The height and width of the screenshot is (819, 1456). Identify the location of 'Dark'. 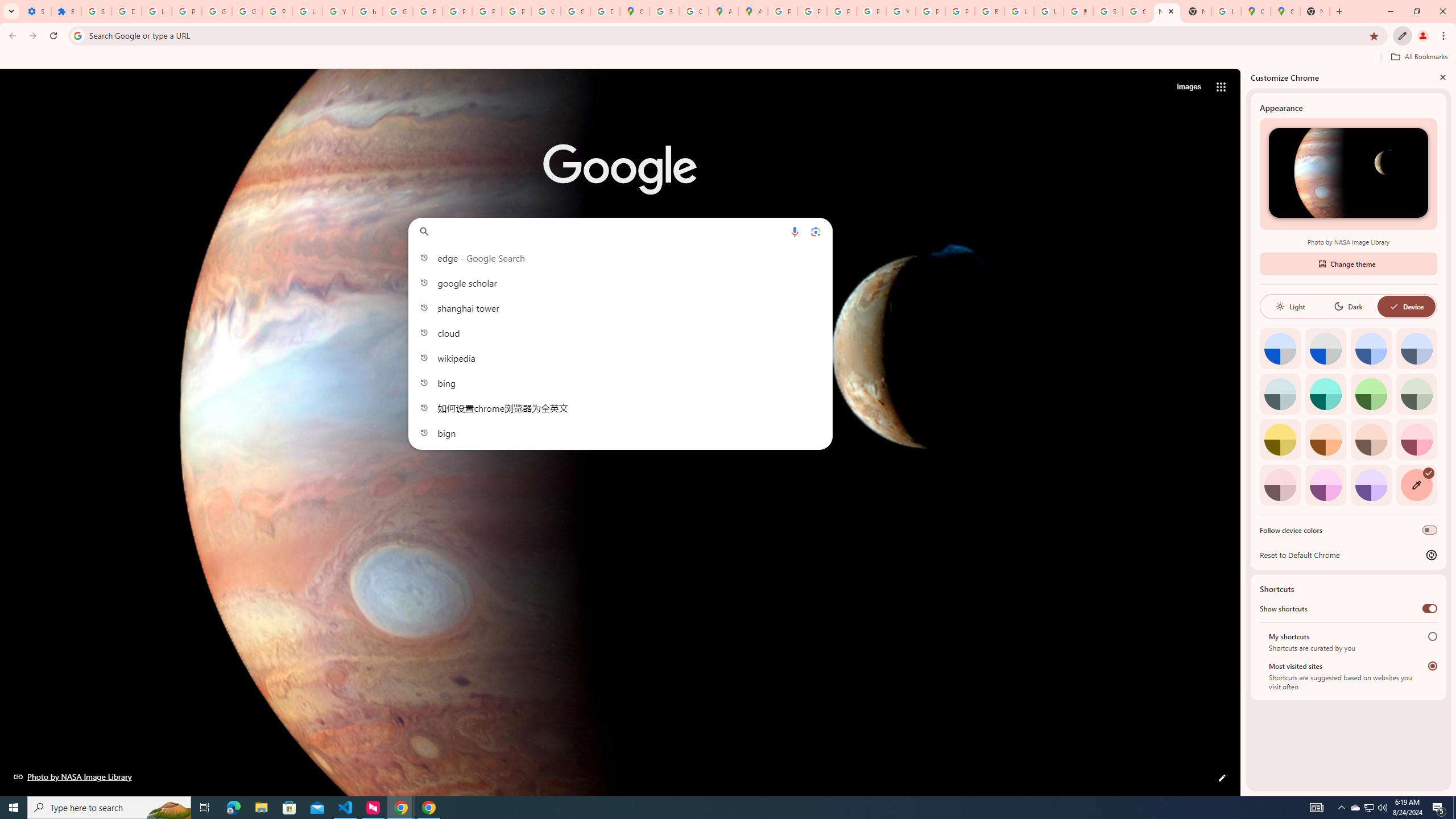
(1347, 305).